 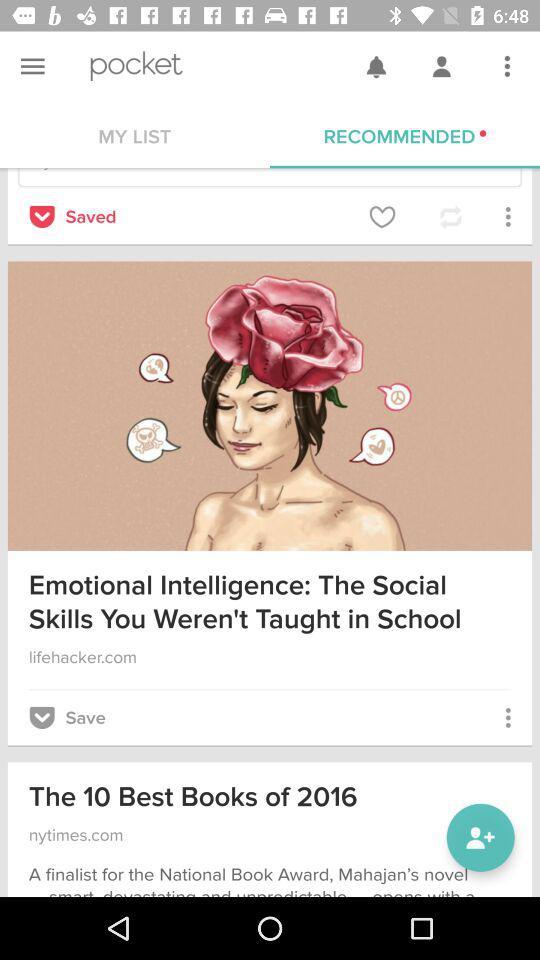 What do you see at coordinates (479, 837) in the screenshot?
I see `the follow icon` at bounding box center [479, 837].